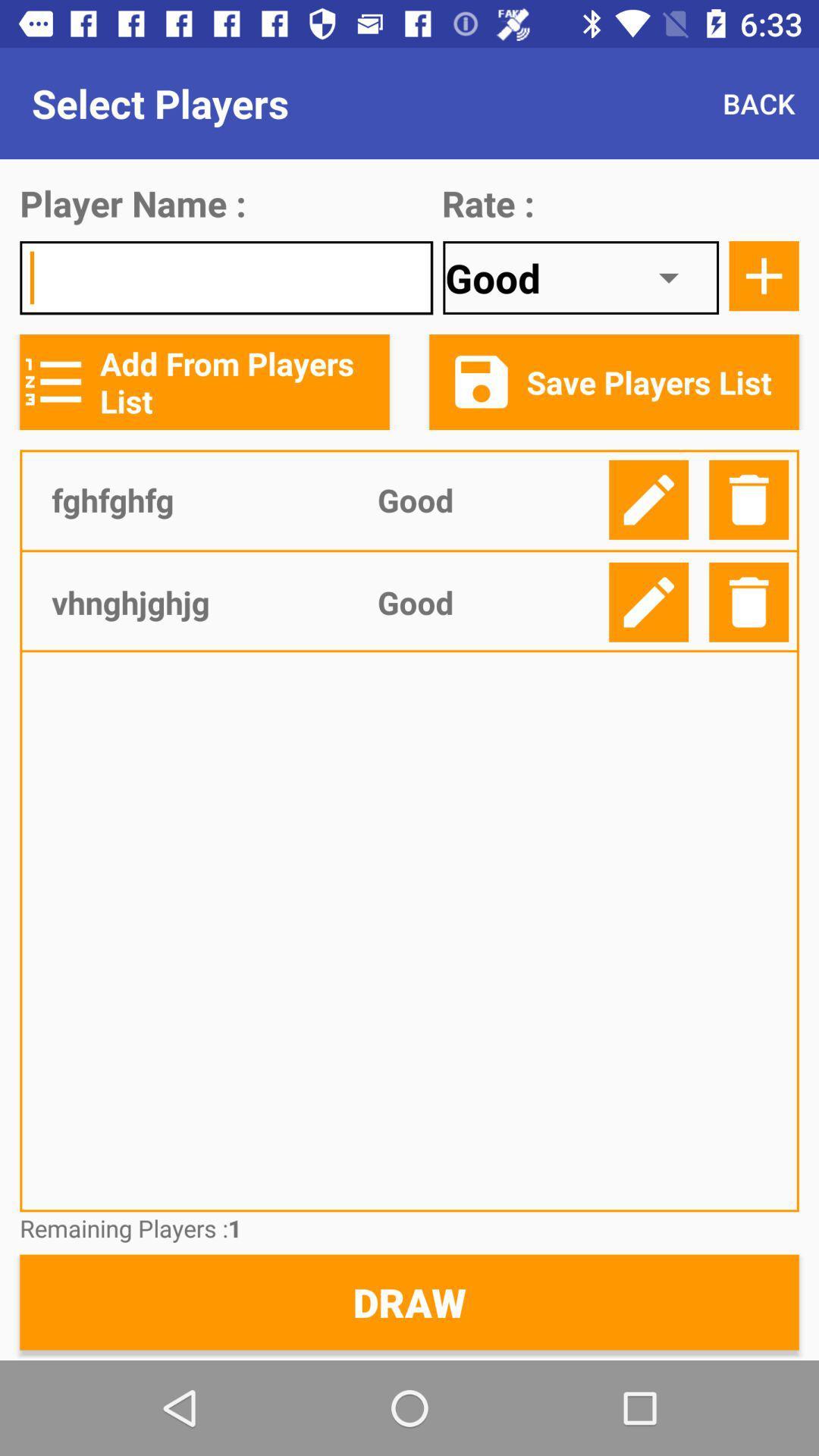 The width and height of the screenshot is (819, 1456). I want to click on shows the playeername option, so click(226, 278).